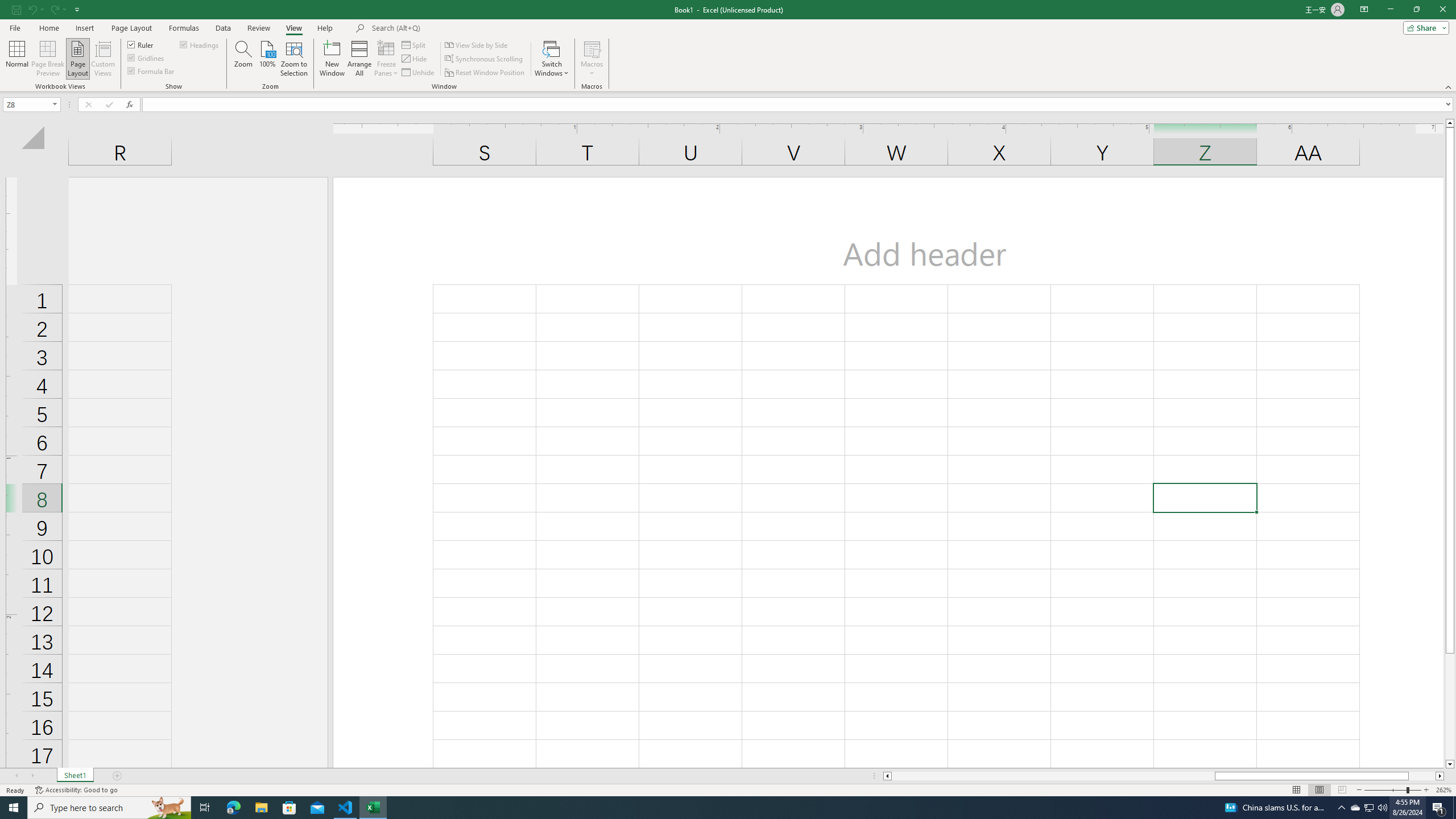  Describe the element at coordinates (386, 59) in the screenshot. I see `'Freeze Panes'` at that location.